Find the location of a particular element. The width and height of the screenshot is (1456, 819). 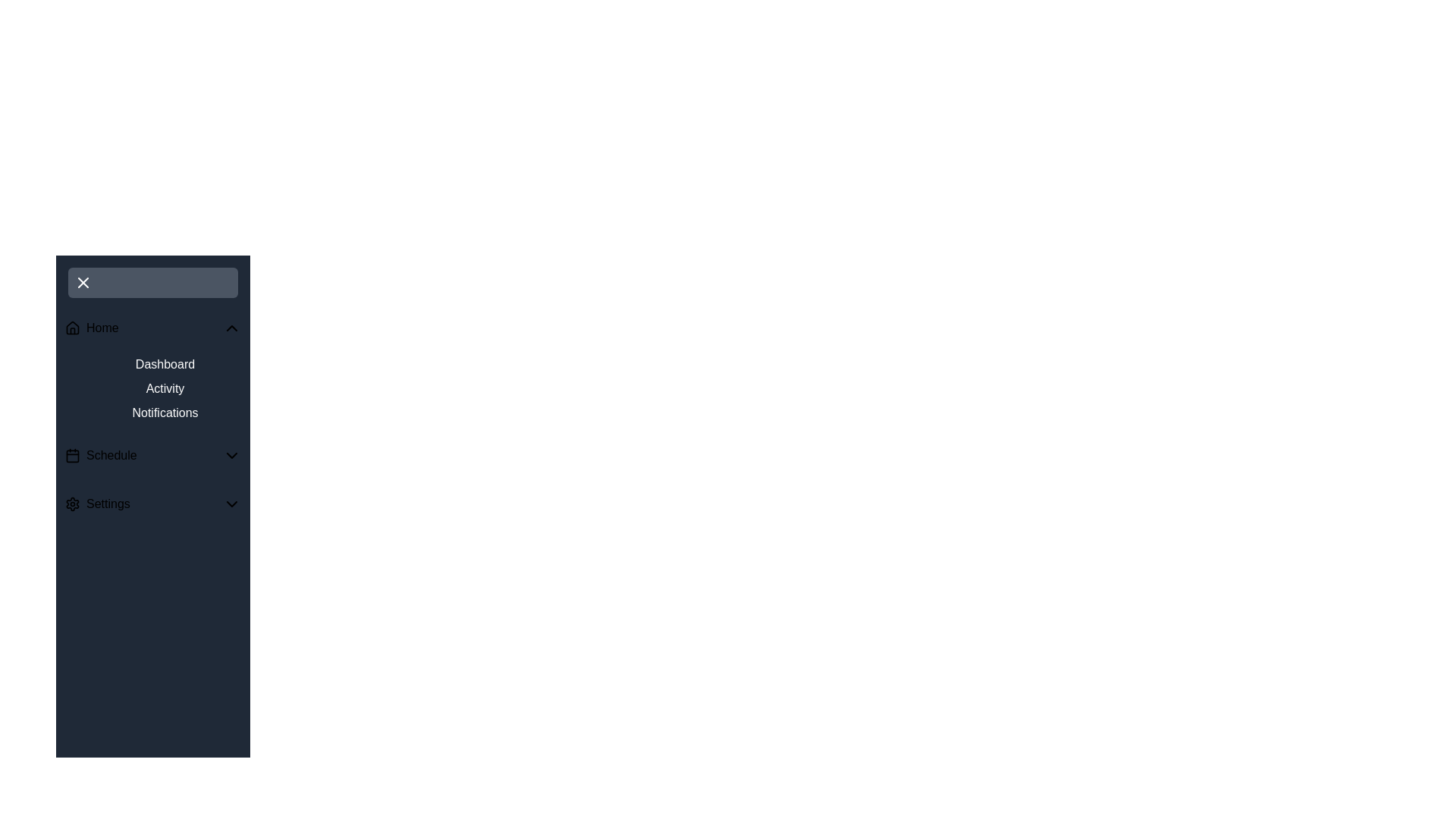

the house-shaped icon representing the Home section in the vertical navigation bar, which is located to the left of the text 'Home' is located at coordinates (72, 327).